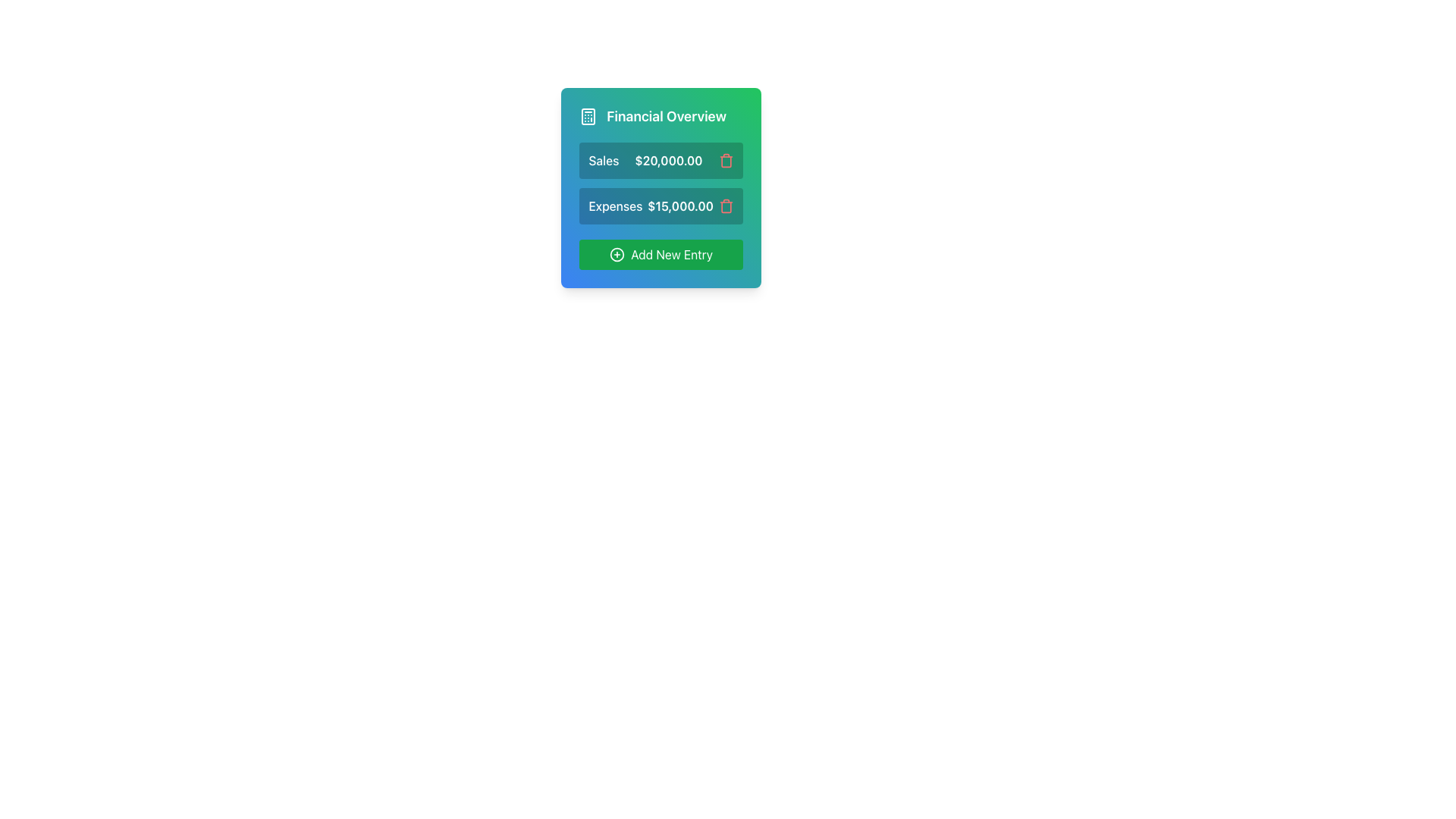 This screenshot has width=1456, height=819. I want to click on the rectangular display panel showing the text 'Expenses $15,000.00', which features a gradient background and rounded corners, so click(661, 206).